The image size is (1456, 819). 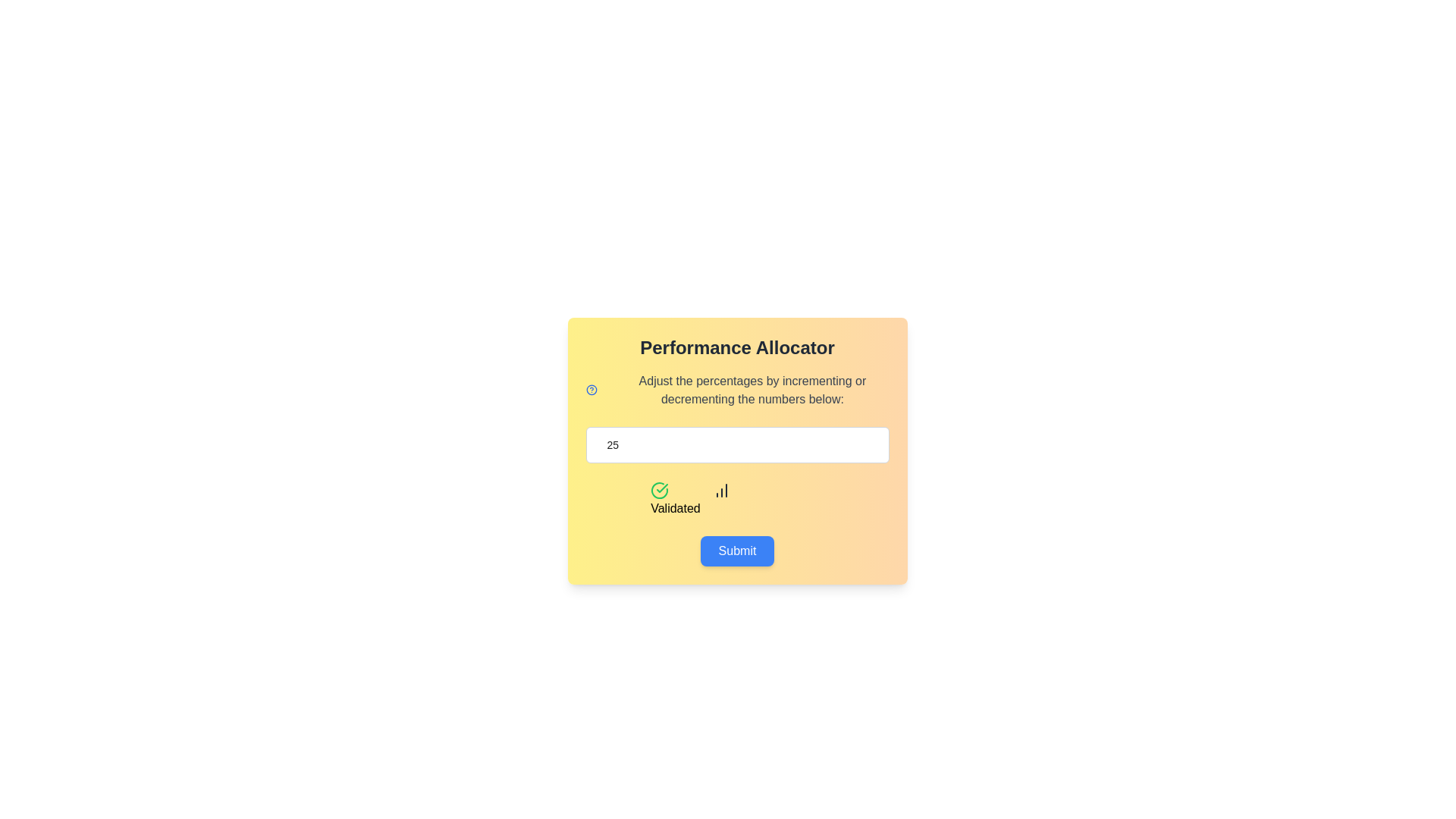 What do you see at coordinates (674, 509) in the screenshot?
I see `the Text Label that indicates successful validation, located in the lower-left region of the main form panel, below the input field labeled '25'` at bounding box center [674, 509].